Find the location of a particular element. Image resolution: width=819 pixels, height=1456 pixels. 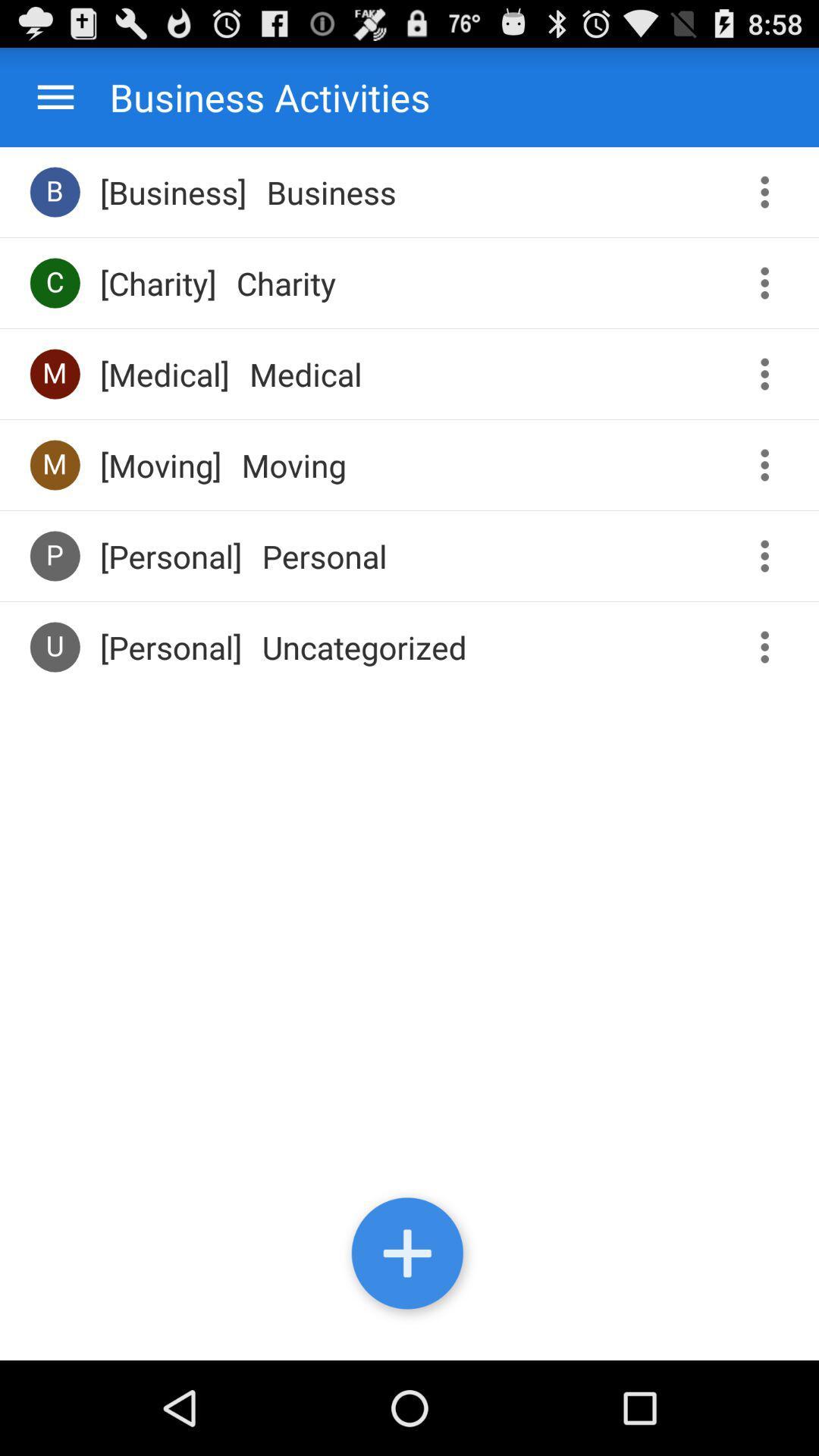

get more options is located at coordinates (770, 191).